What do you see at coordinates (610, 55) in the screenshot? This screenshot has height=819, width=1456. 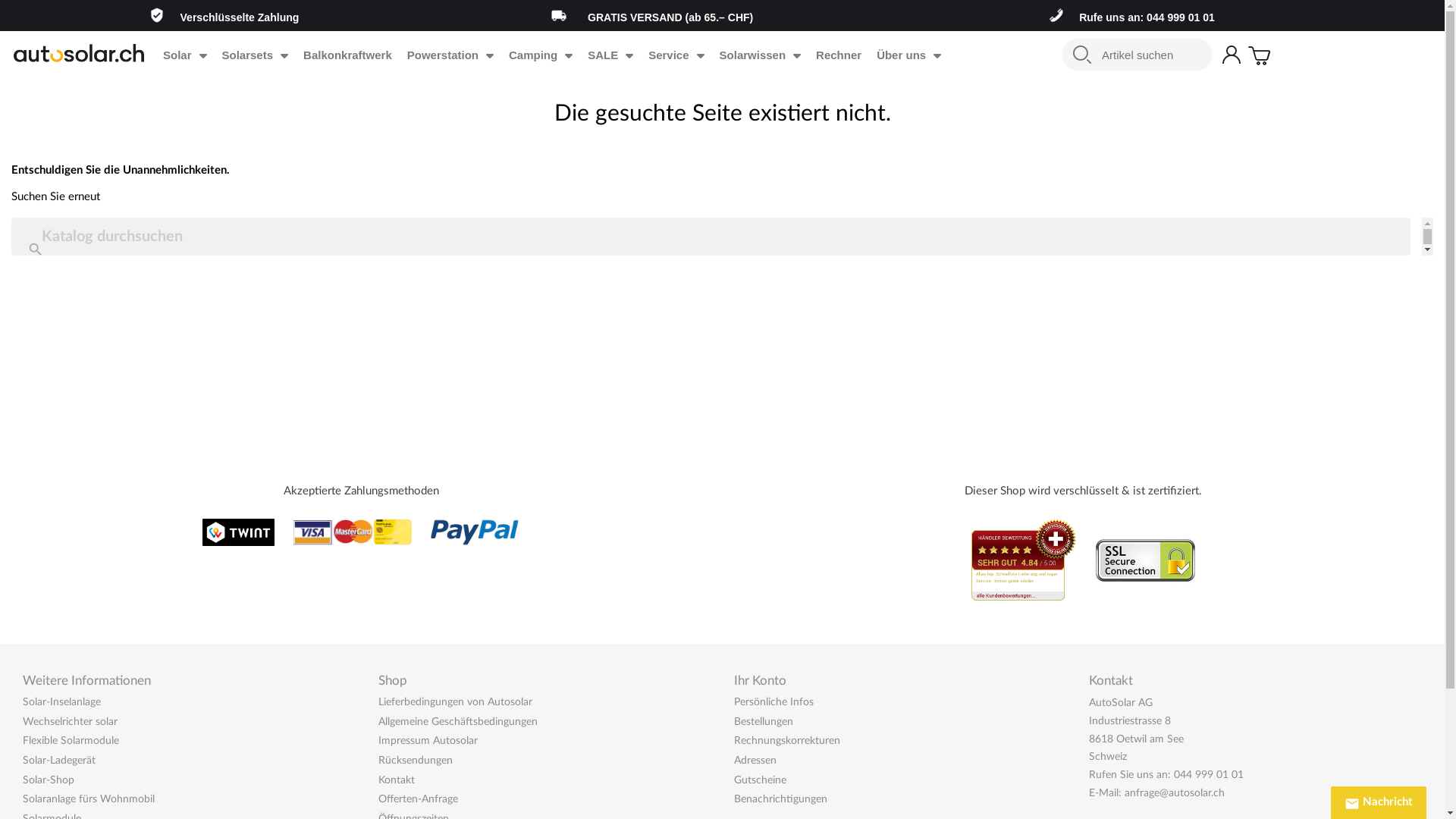 I see `'SALE'` at bounding box center [610, 55].